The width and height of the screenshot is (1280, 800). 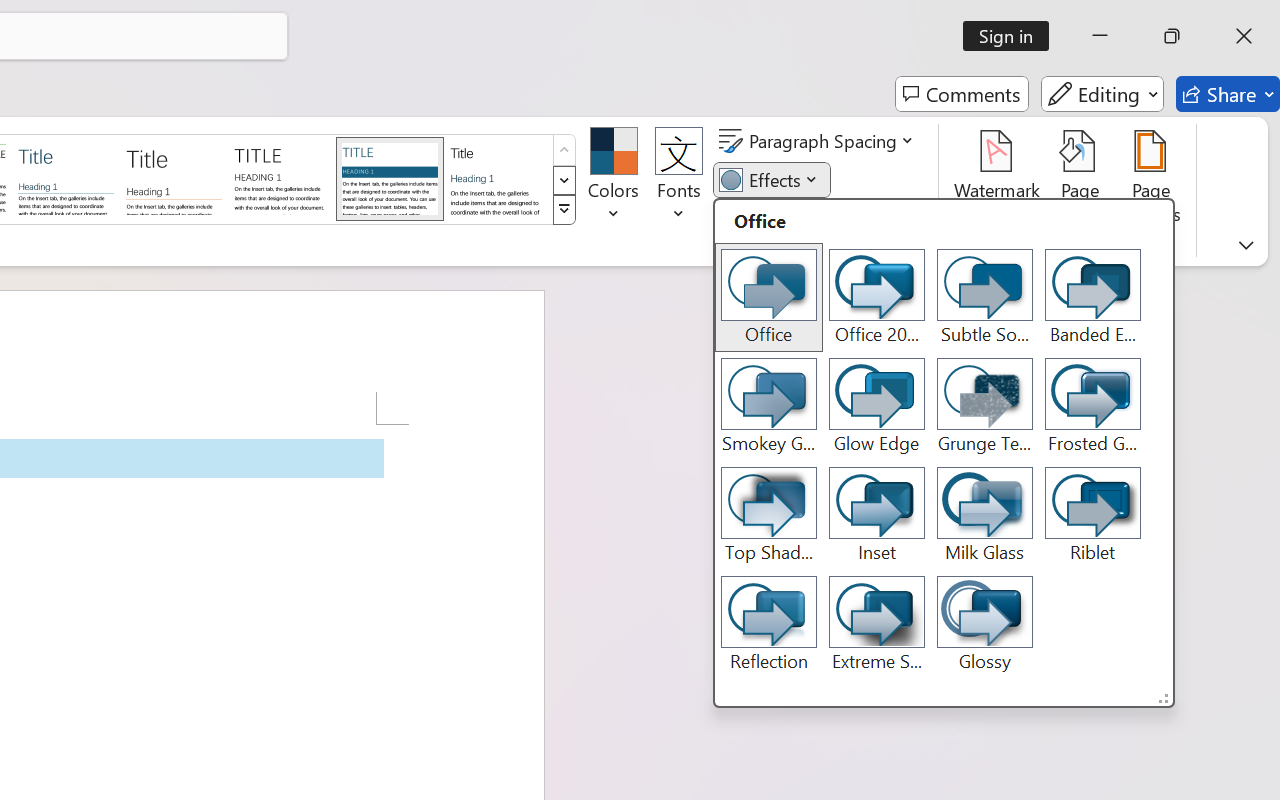 What do you see at coordinates (1101, 94) in the screenshot?
I see `'Editing'` at bounding box center [1101, 94].